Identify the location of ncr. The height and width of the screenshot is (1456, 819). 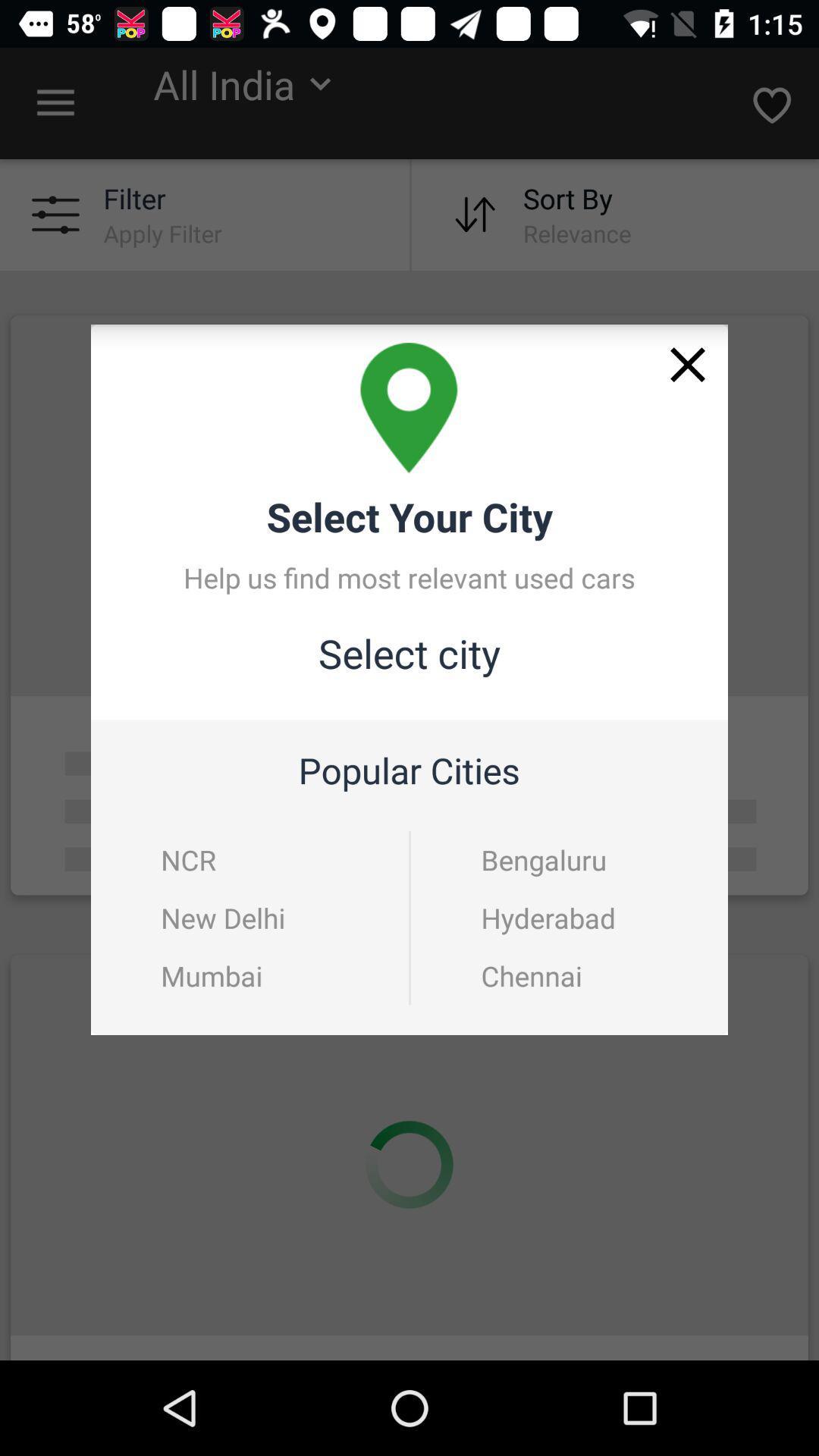
(187, 859).